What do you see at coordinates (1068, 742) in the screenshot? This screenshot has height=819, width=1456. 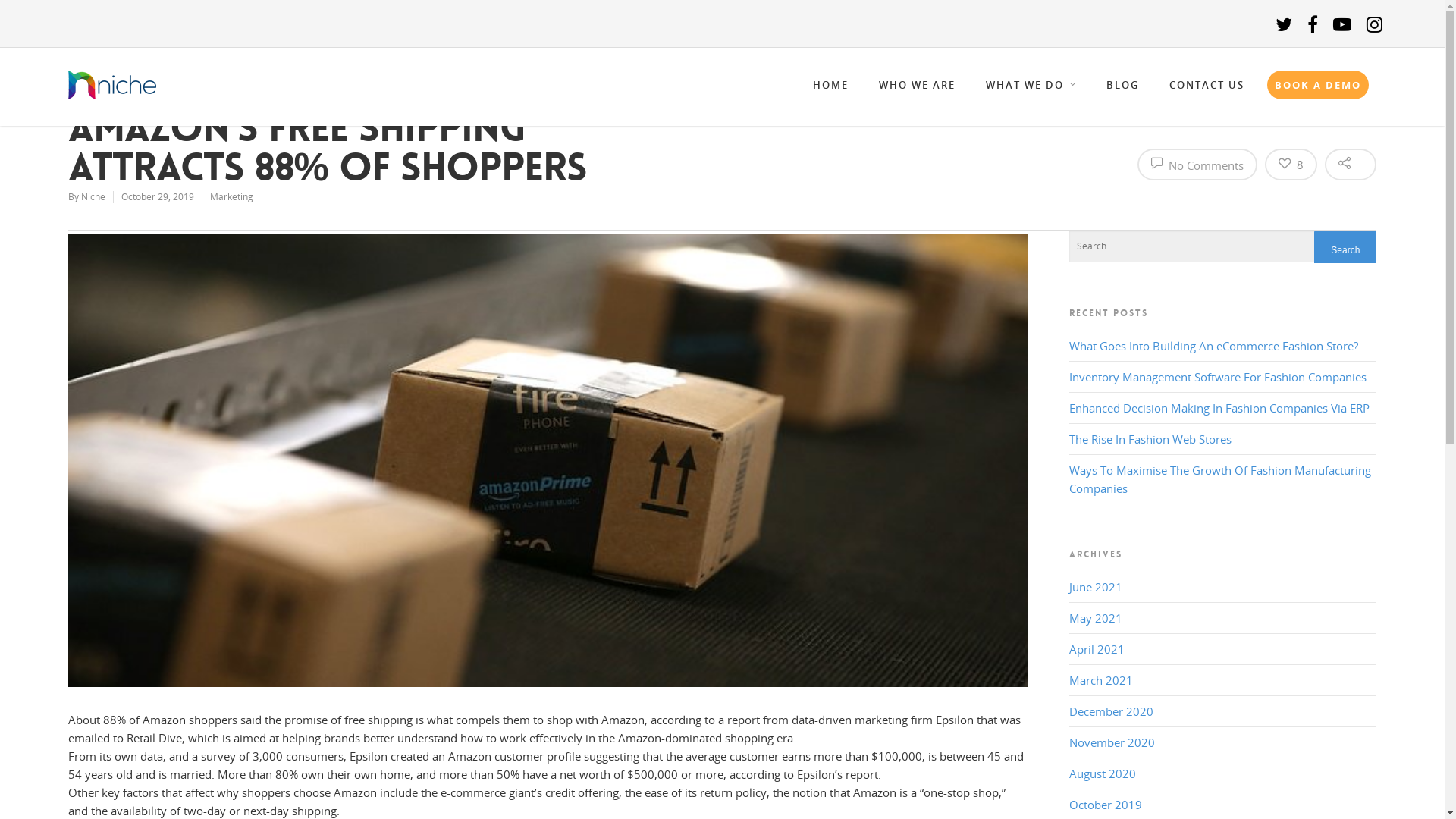 I see `'November 2020'` at bounding box center [1068, 742].